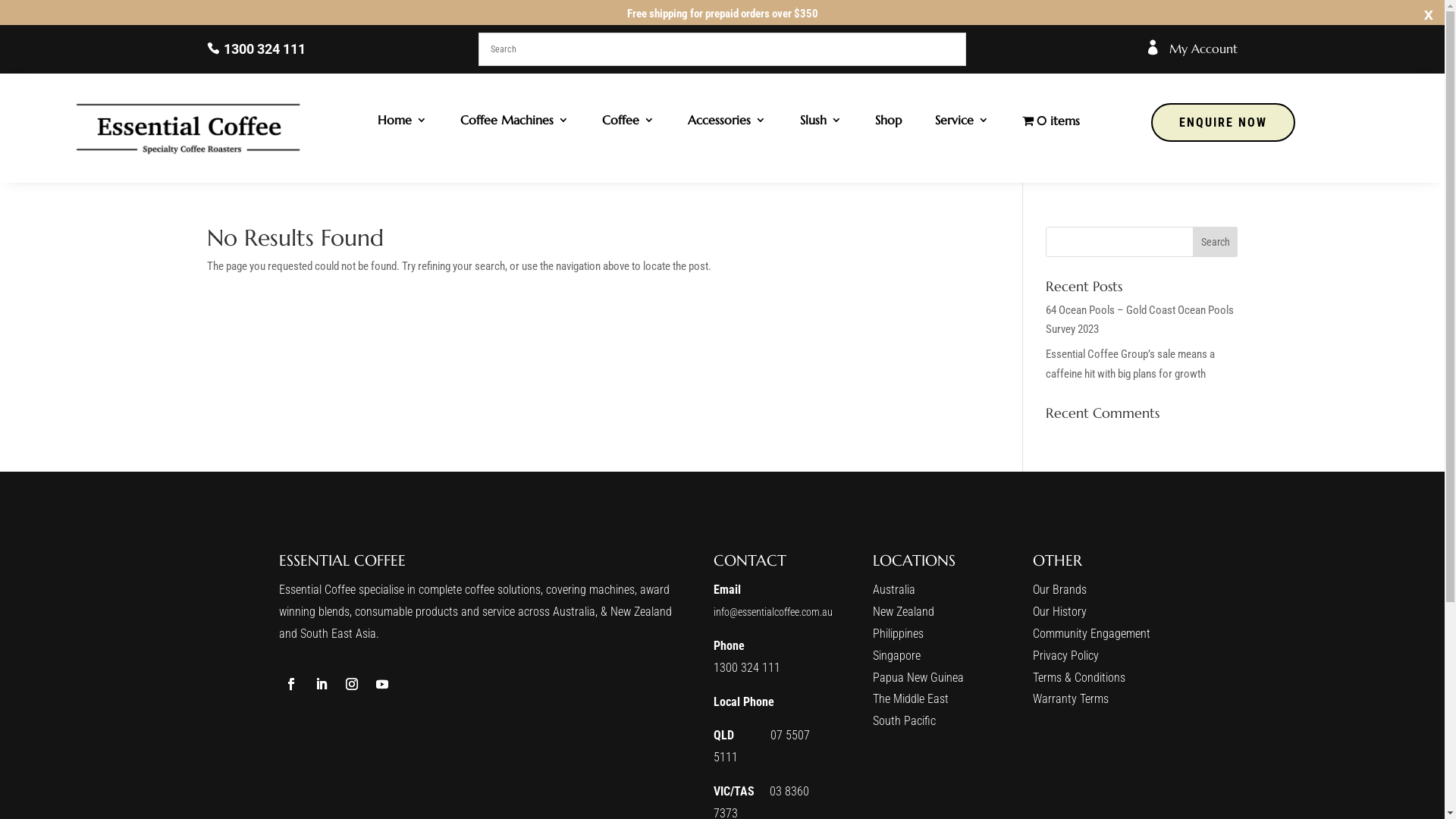 This screenshot has height=819, width=1456. I want to click on 'Follow on Instagram', so click(351, 684).